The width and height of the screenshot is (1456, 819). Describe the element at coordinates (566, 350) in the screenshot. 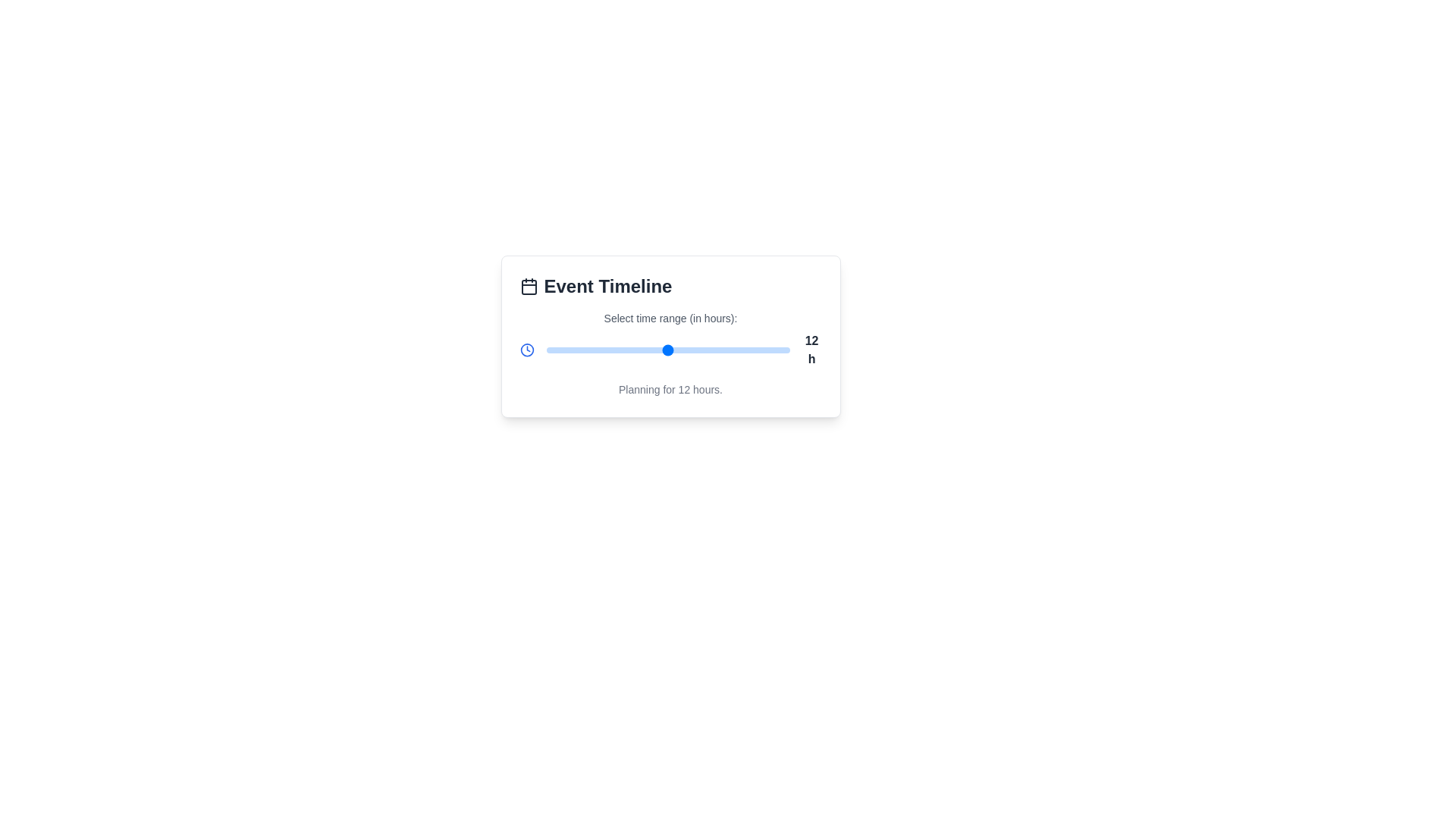

I see `the number of hours` at that location.